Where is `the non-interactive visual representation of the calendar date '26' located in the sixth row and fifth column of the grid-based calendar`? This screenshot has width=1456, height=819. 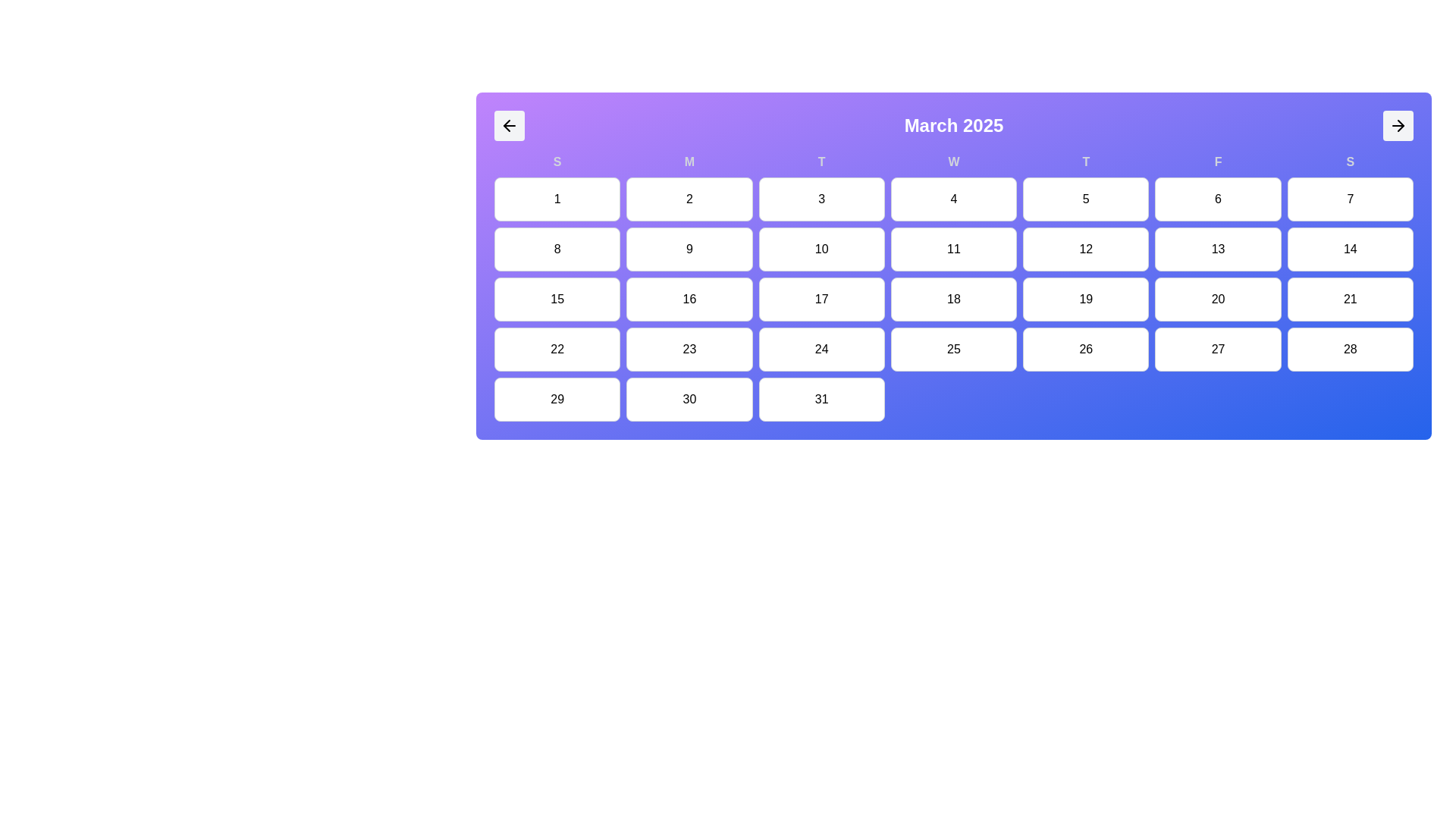
the non-interactive visual representation of the calendar date '26' located in the sixth row and fifth column of the grid-based calendar is located at coordinates (1085, 350).